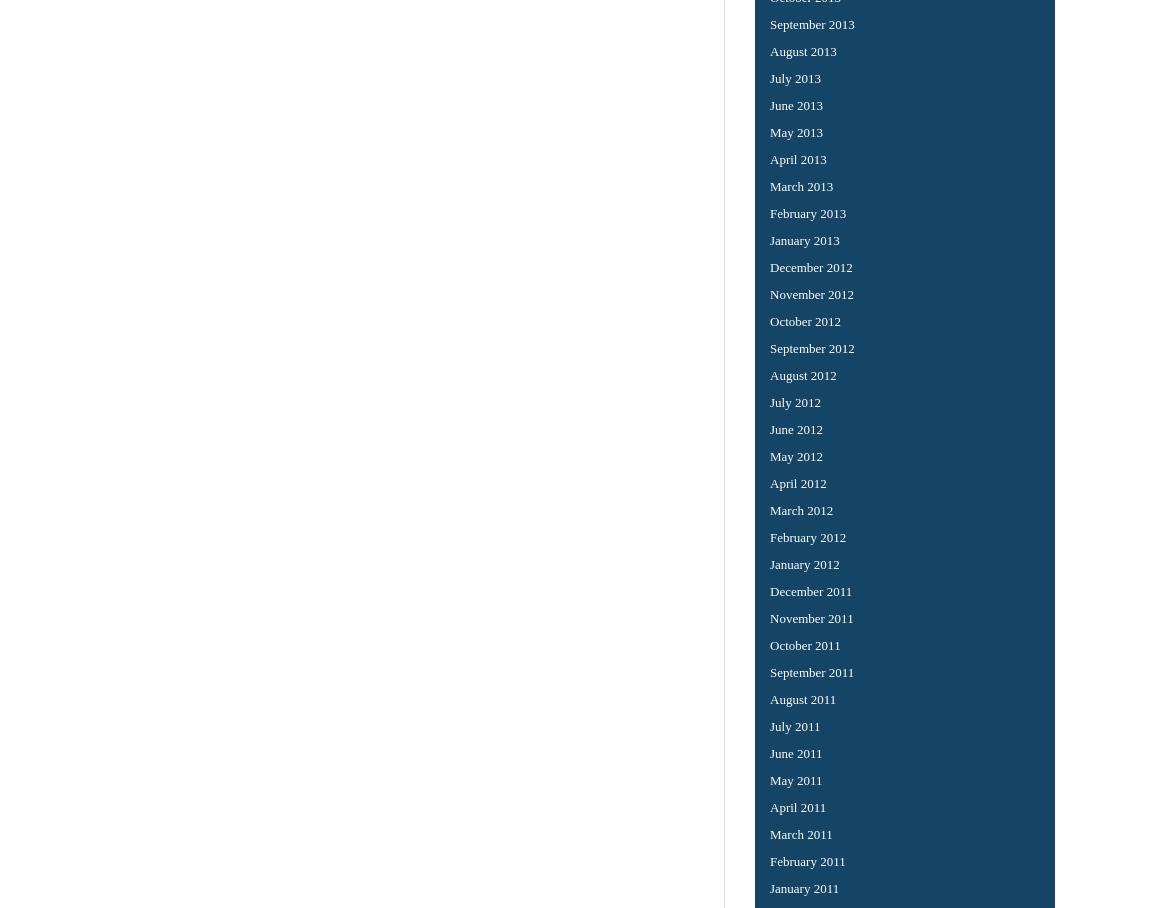 Image resolution: width=1150 pixels, height=908 pixels. I want to click on 'February 2013', so click(769, 212).